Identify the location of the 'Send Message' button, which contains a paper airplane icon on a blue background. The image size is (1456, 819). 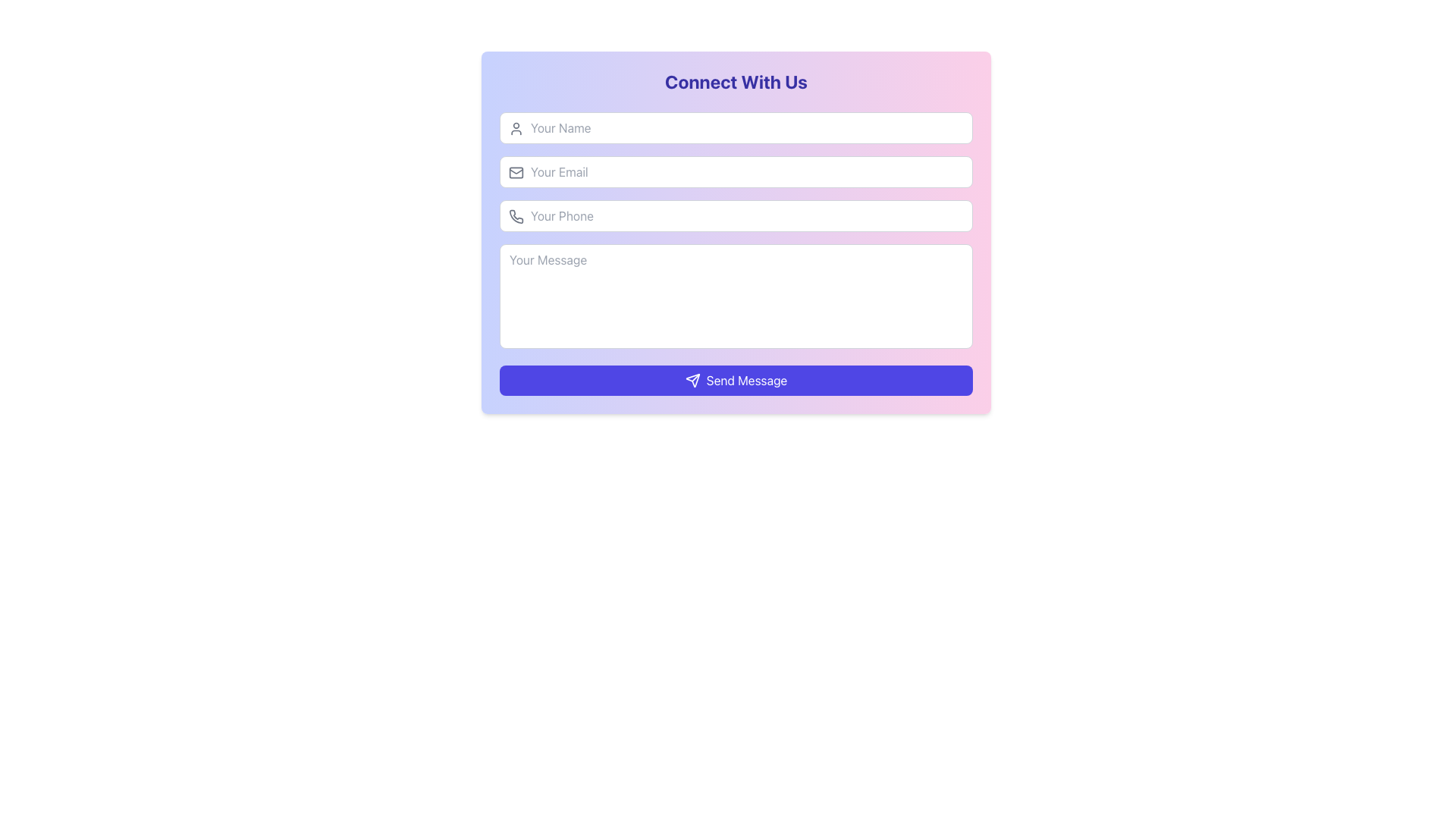
(692, 379).